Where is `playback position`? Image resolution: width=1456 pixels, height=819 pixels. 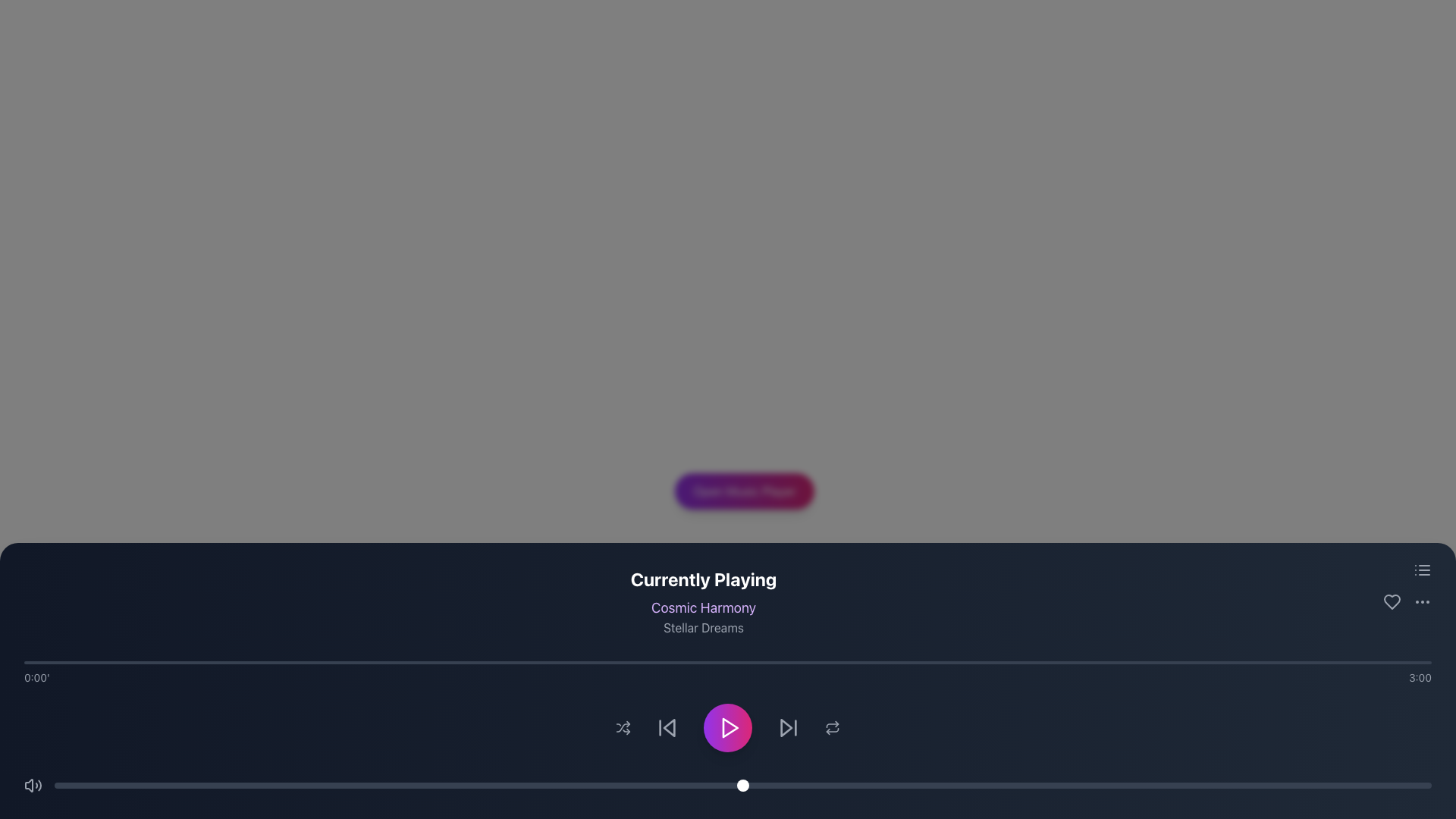 playback position is located at coordinates (657, 662).